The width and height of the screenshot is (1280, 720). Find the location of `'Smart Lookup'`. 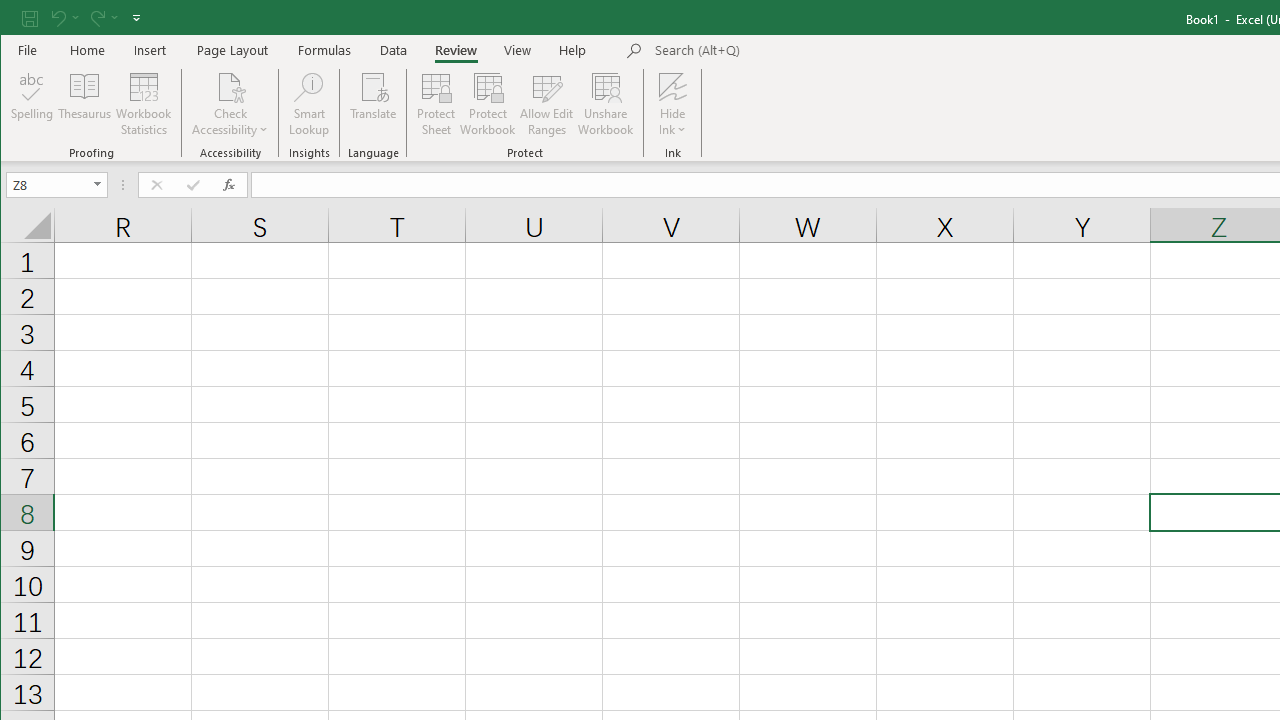

'Smart Lookup' is located at coordinates (308, 104).